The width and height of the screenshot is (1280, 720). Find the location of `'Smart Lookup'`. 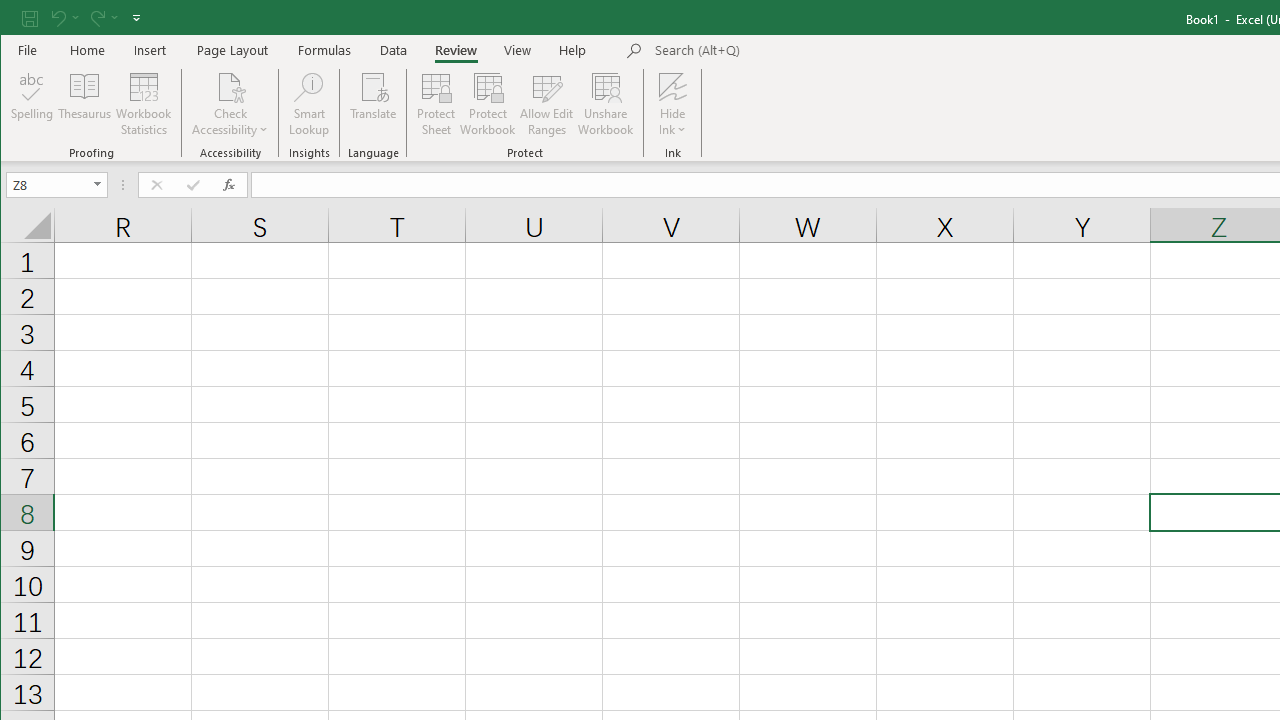

'Smart Lookup' is located at coordinates (308, 104).